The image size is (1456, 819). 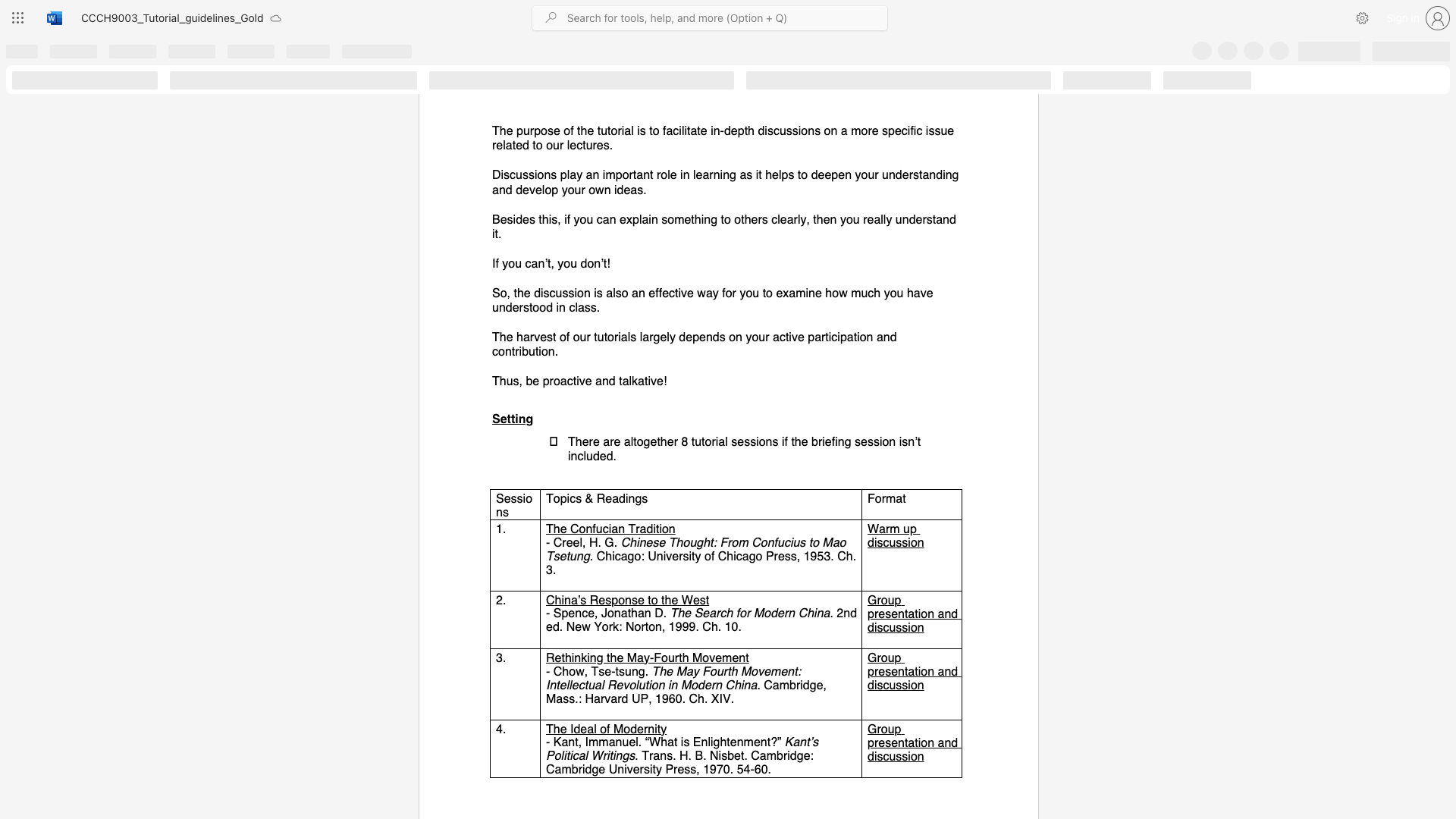 What do you see at coordinates (775, 541) in the screenshot?
I see `the 1th character "f" in the text` at bounding box center [775, 541].